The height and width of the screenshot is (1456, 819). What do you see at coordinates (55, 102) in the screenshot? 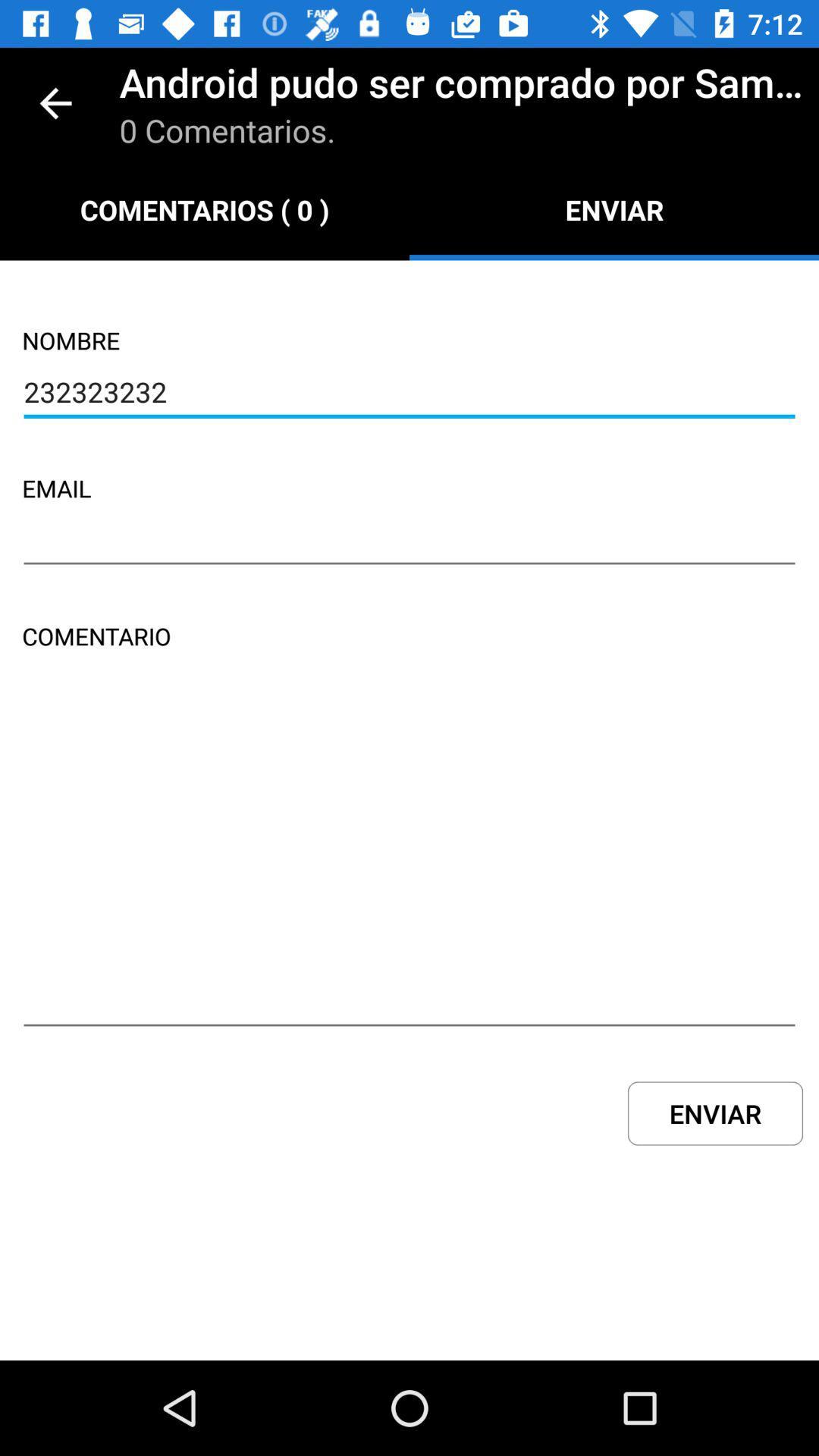
I see `the icon next to the android pudo ser` at bounding box center [55, 102].